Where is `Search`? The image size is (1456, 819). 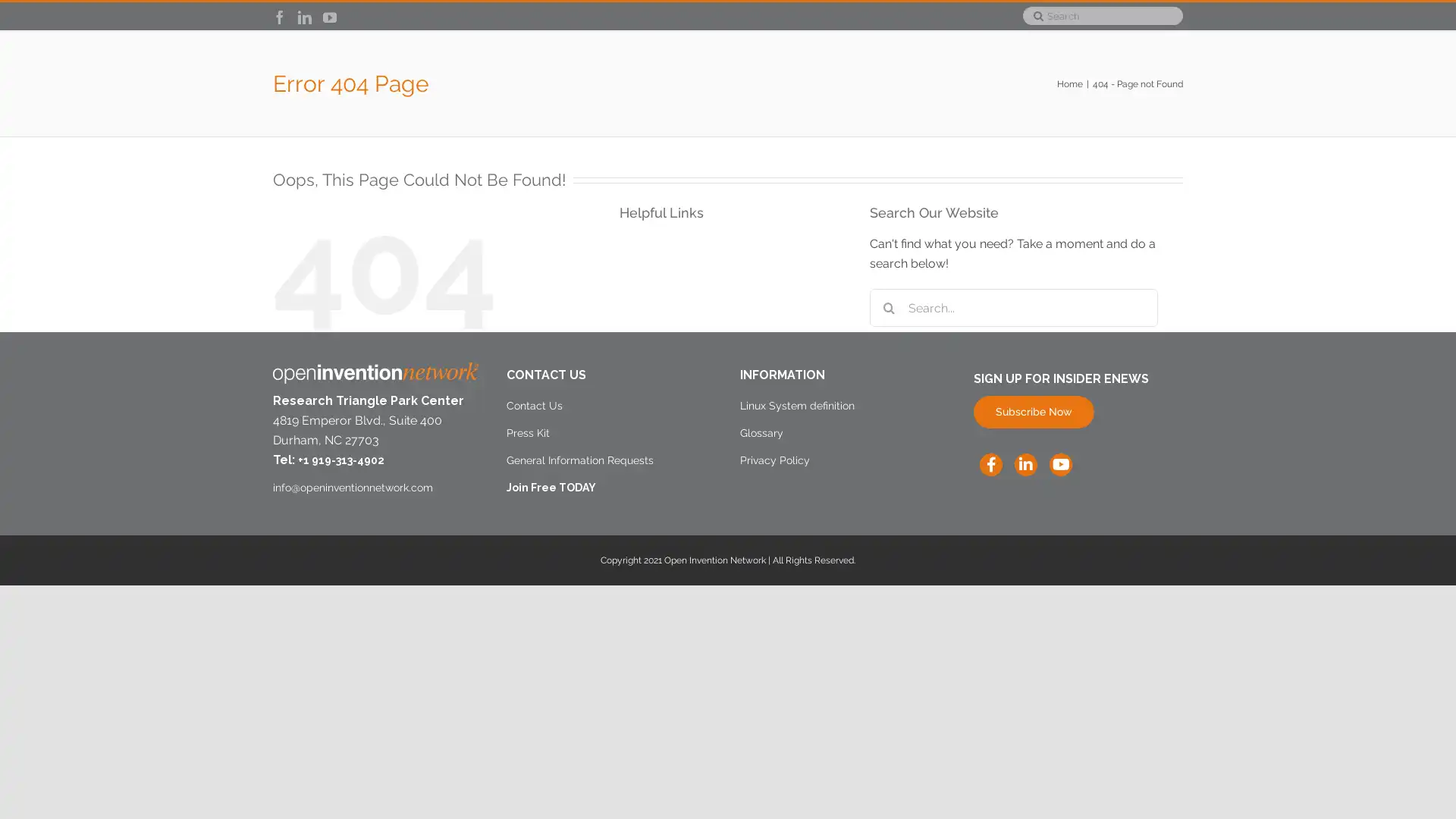 Search is located at coordinates (1031, 15).